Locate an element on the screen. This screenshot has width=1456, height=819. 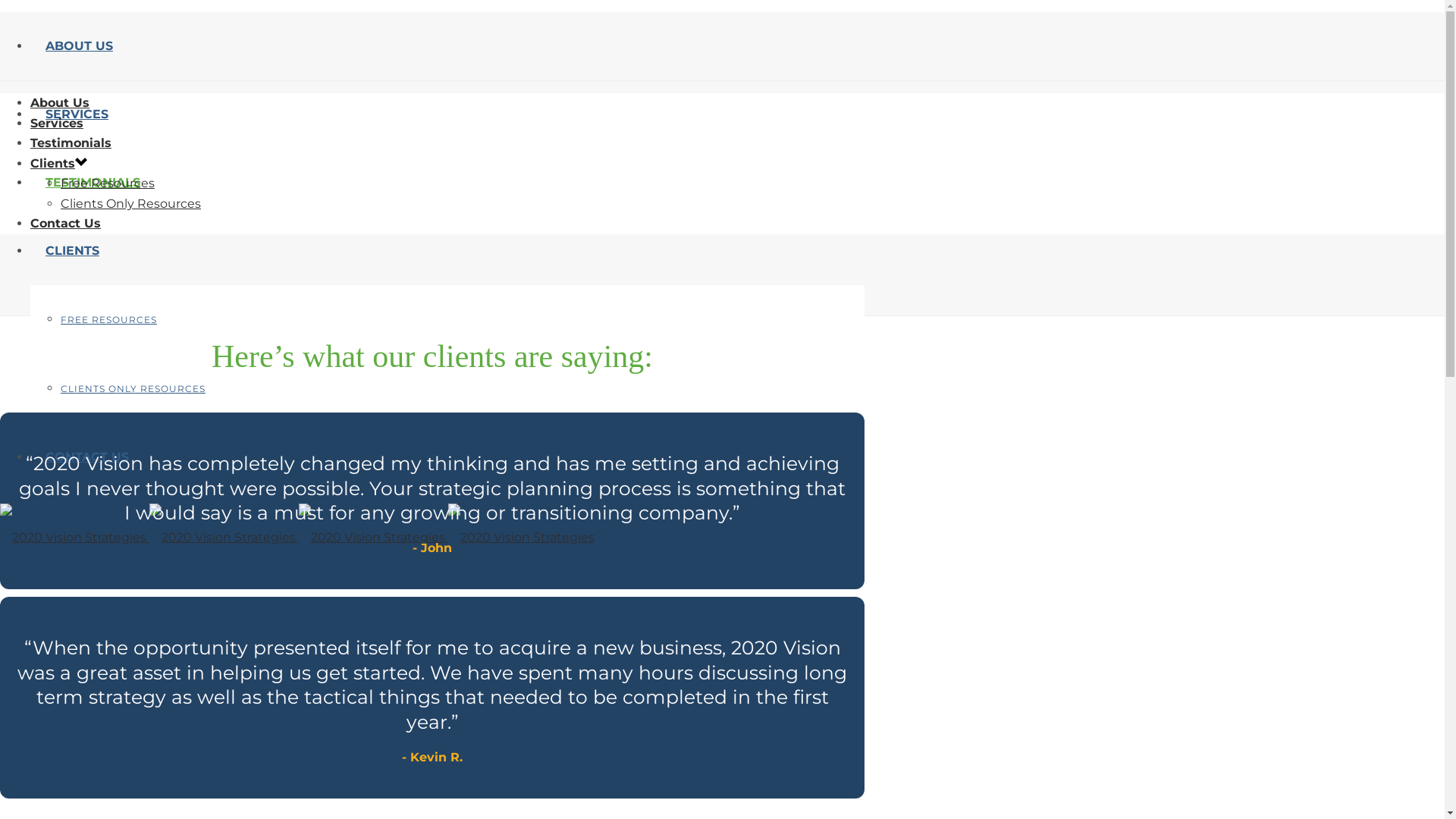
'Services' is located at coordinates (57, 122).